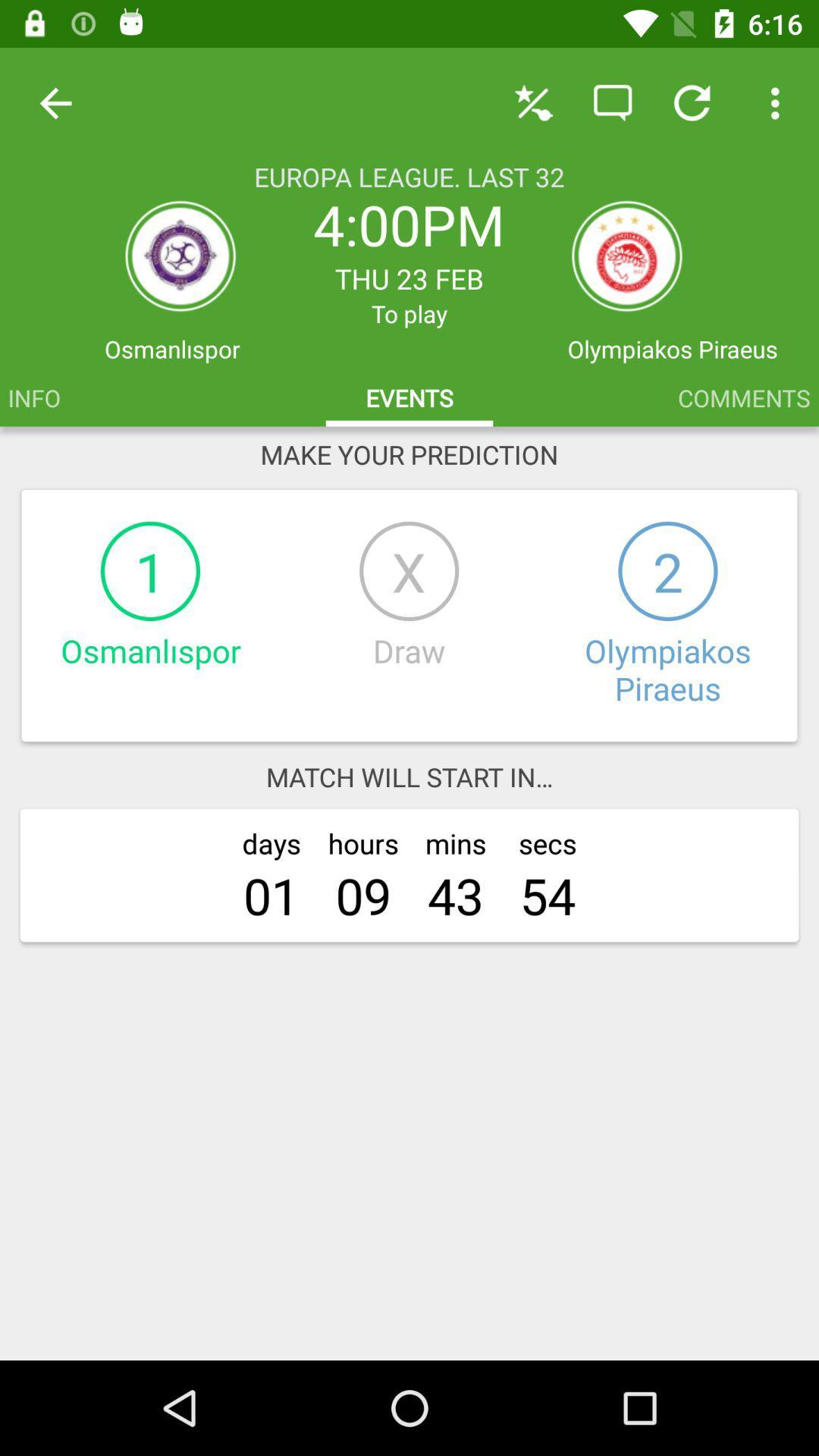  Describe the element at coordinates (626, 255) in the screenshot. I see `the refresh icon` at that location.